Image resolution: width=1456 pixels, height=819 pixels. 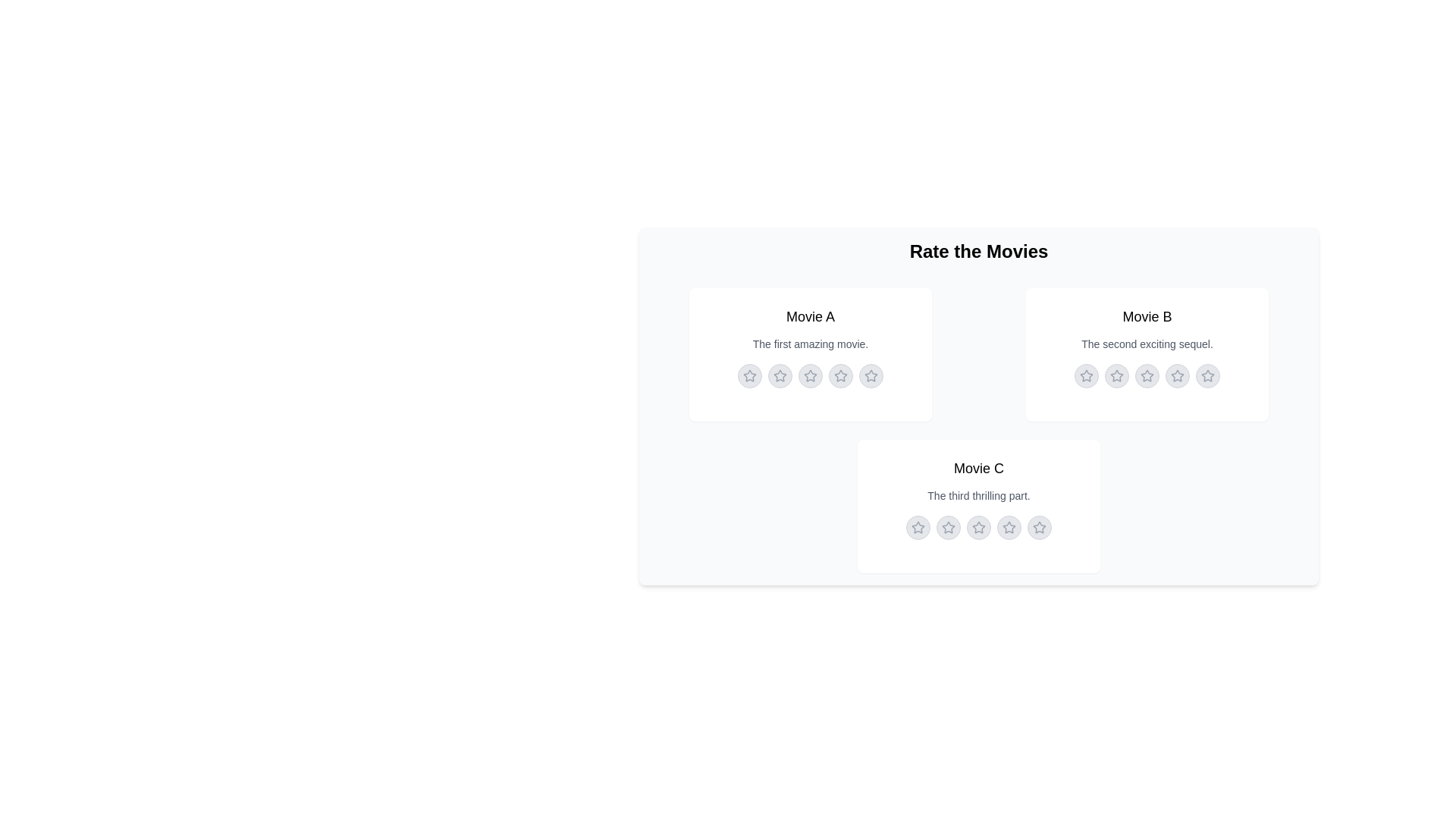 I want to click on the third circular star-rating button with a star icon in the center located under the 'Movie C' section, so click(x=979, y=526).